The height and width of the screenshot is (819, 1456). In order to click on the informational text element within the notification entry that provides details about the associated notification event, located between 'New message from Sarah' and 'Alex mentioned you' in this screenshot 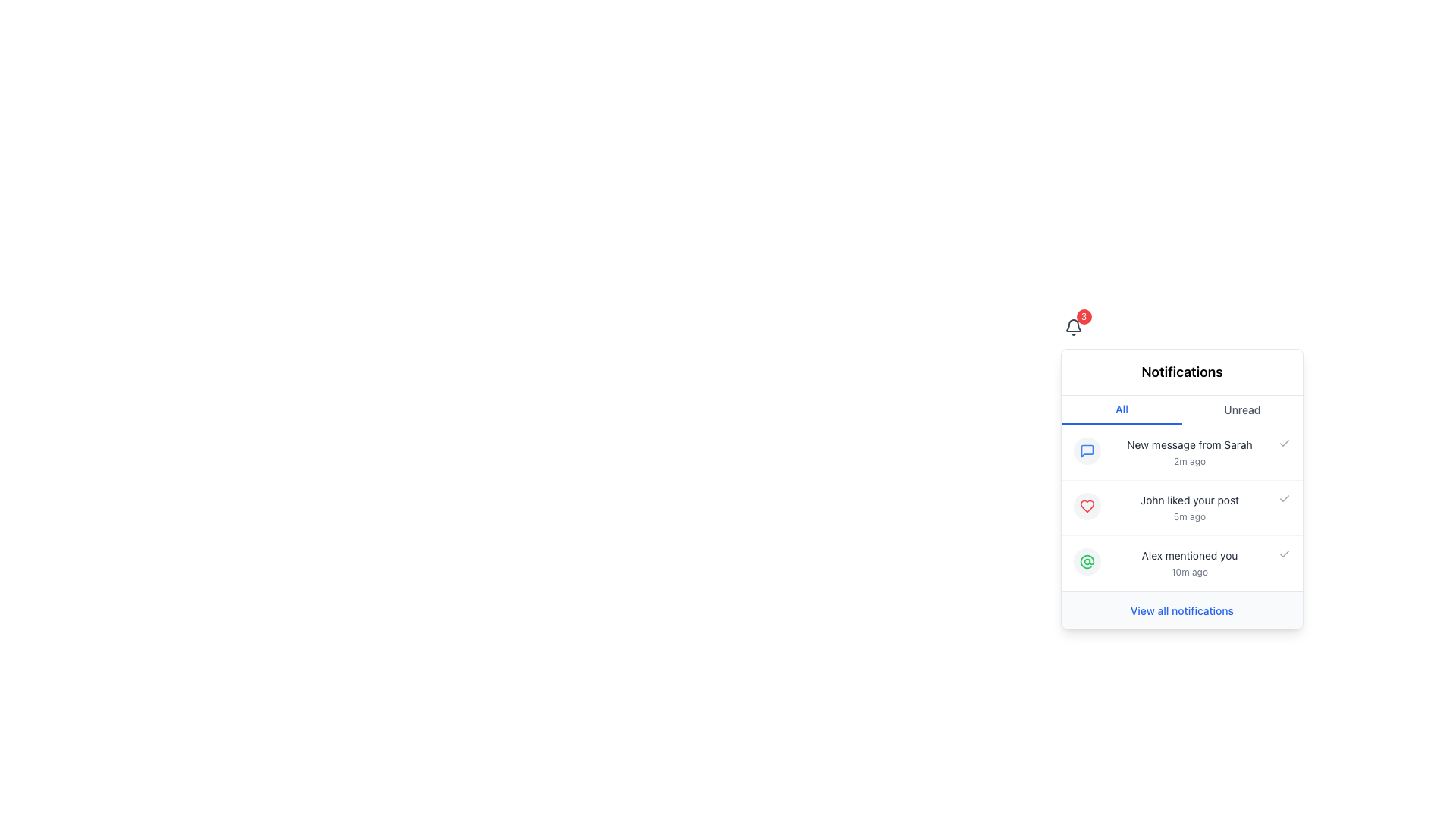, I will do `click(1189, 508)`.